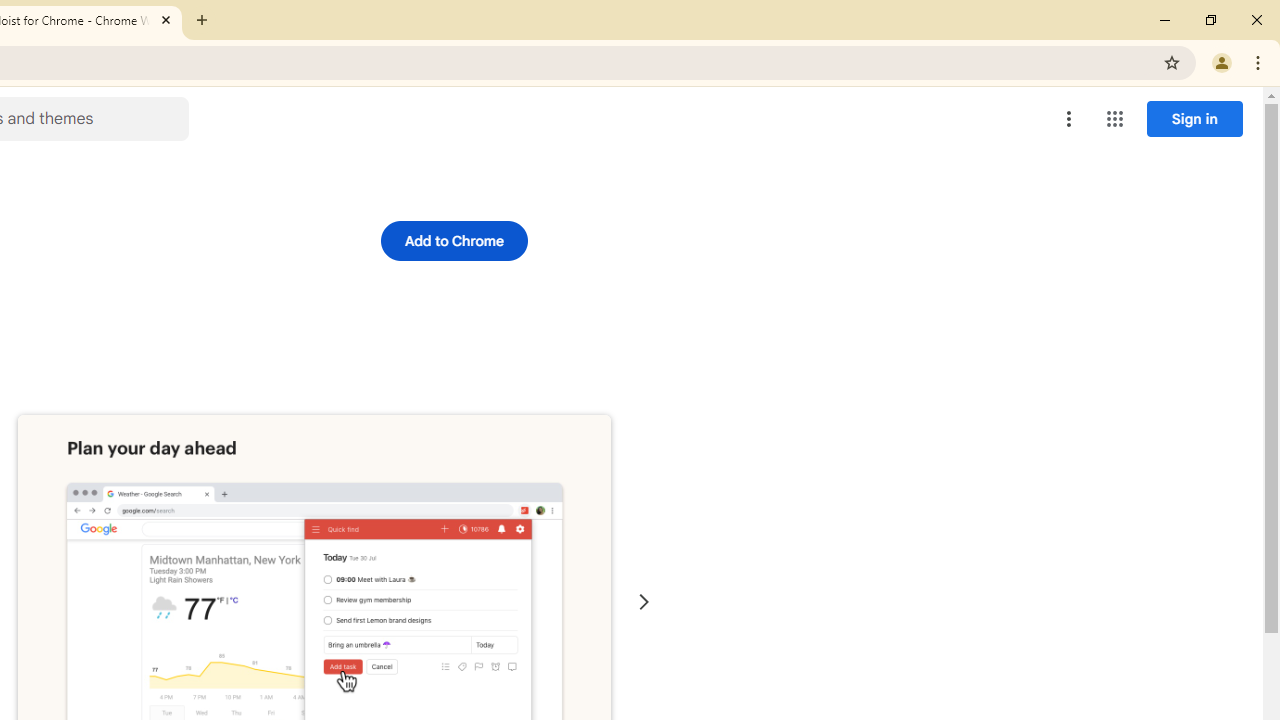 The width and height of the screenshot is (1280, 720). Describe the element at coordinates (452, 239) in the screenshot. I see `'Add to Chrome'` at that location.